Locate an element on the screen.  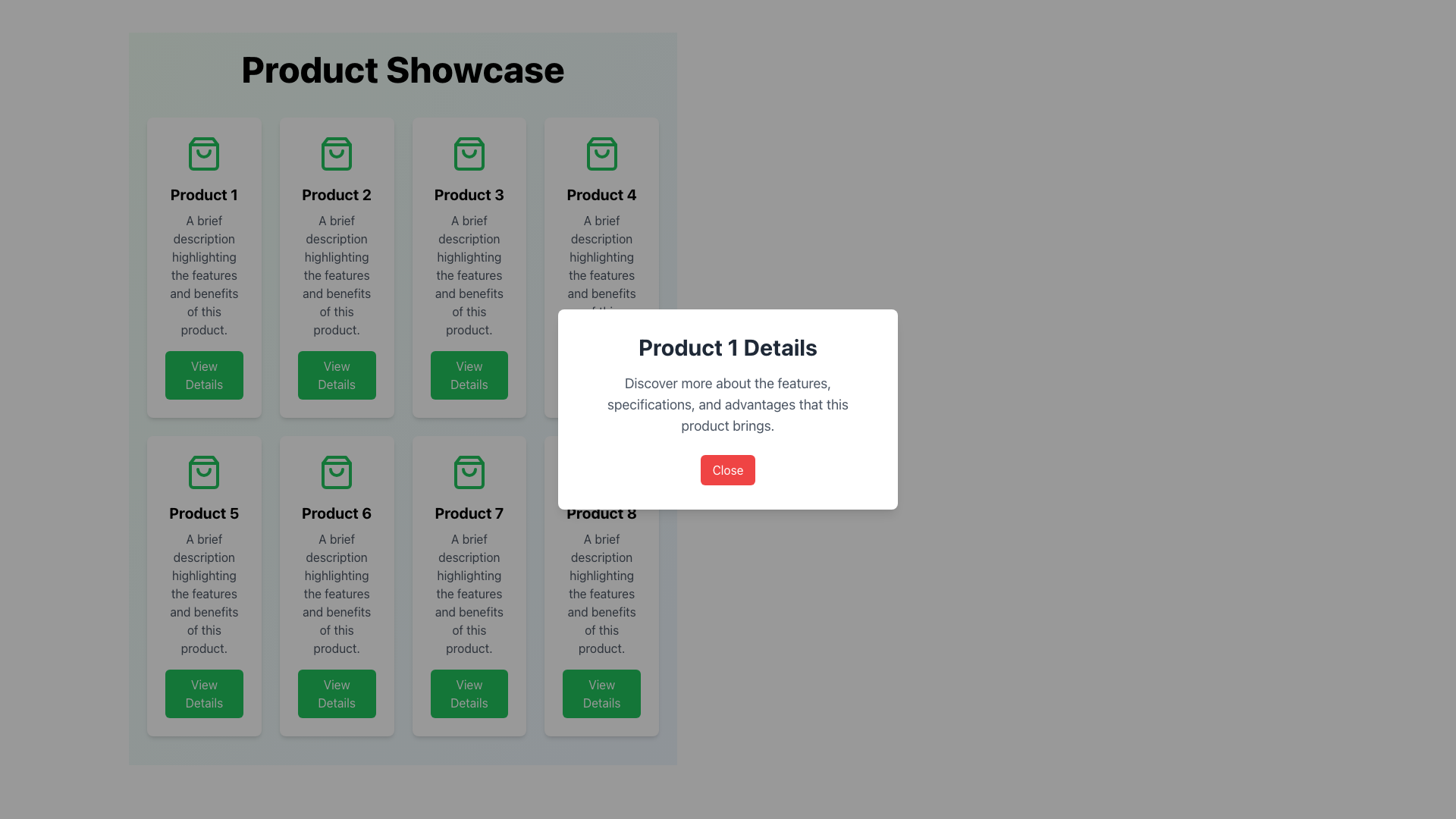
the shopping icon located at the top center of the 'Product 7' card, just above the product title 'Product 7', as a visual cue is located at coordinates (468, 472).